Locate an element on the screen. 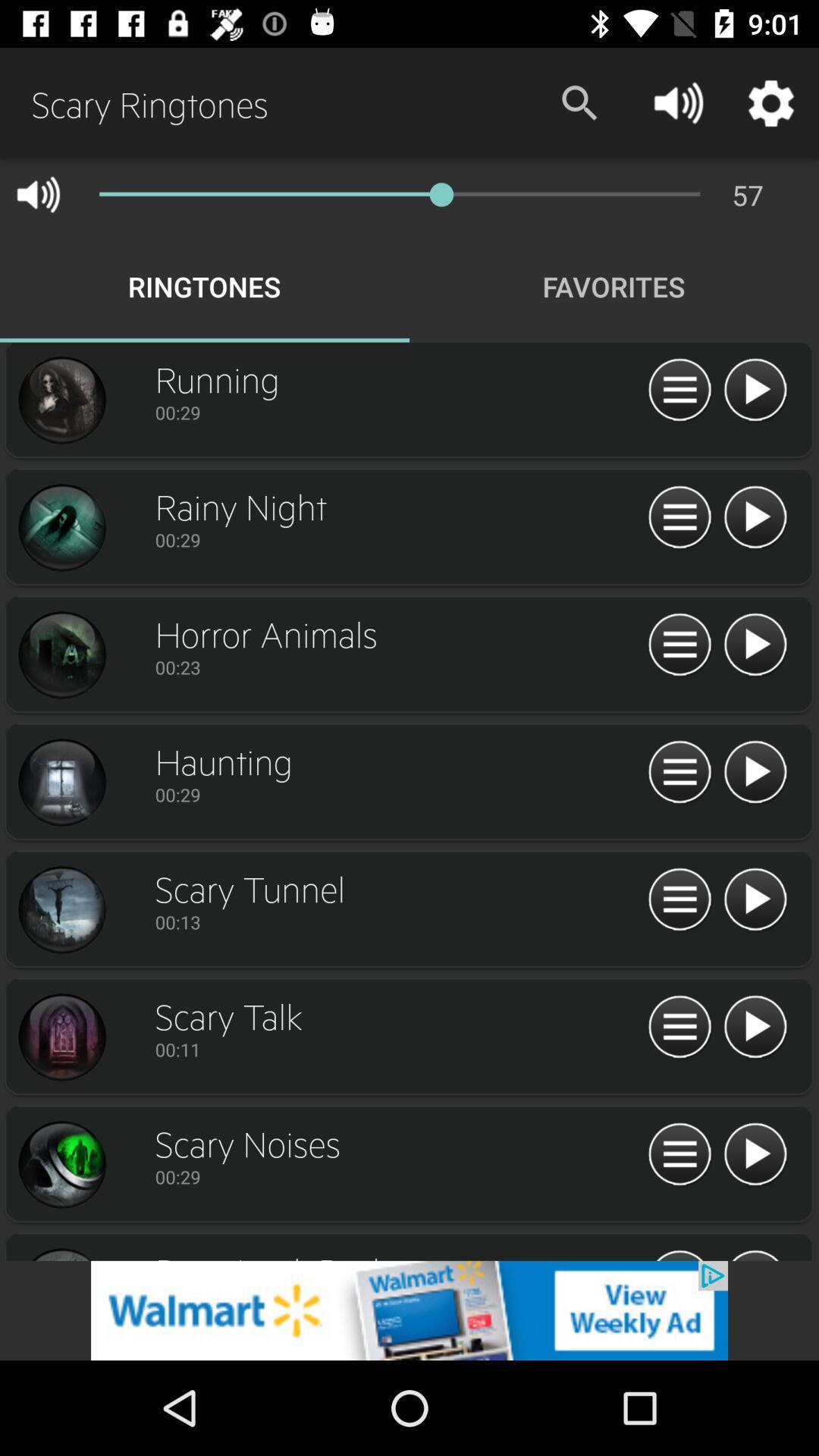 The image size is (819, 1456). rainy night is located at coordinates (755, 518).